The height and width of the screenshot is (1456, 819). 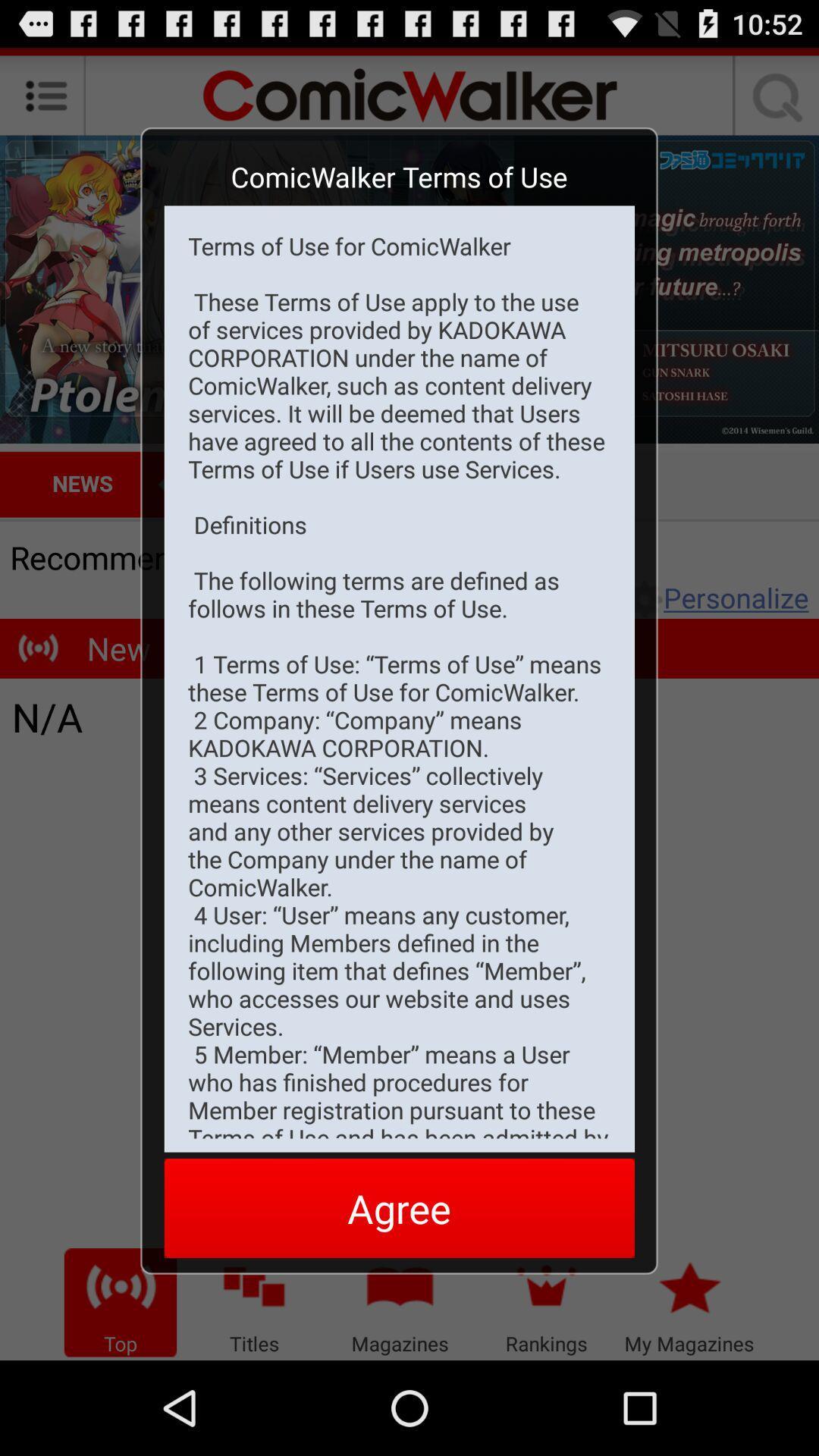 What do you see at coordinates (398, 1207) in the screenshot?
I see `item at the bottom` at bounding box center [398, 1207].